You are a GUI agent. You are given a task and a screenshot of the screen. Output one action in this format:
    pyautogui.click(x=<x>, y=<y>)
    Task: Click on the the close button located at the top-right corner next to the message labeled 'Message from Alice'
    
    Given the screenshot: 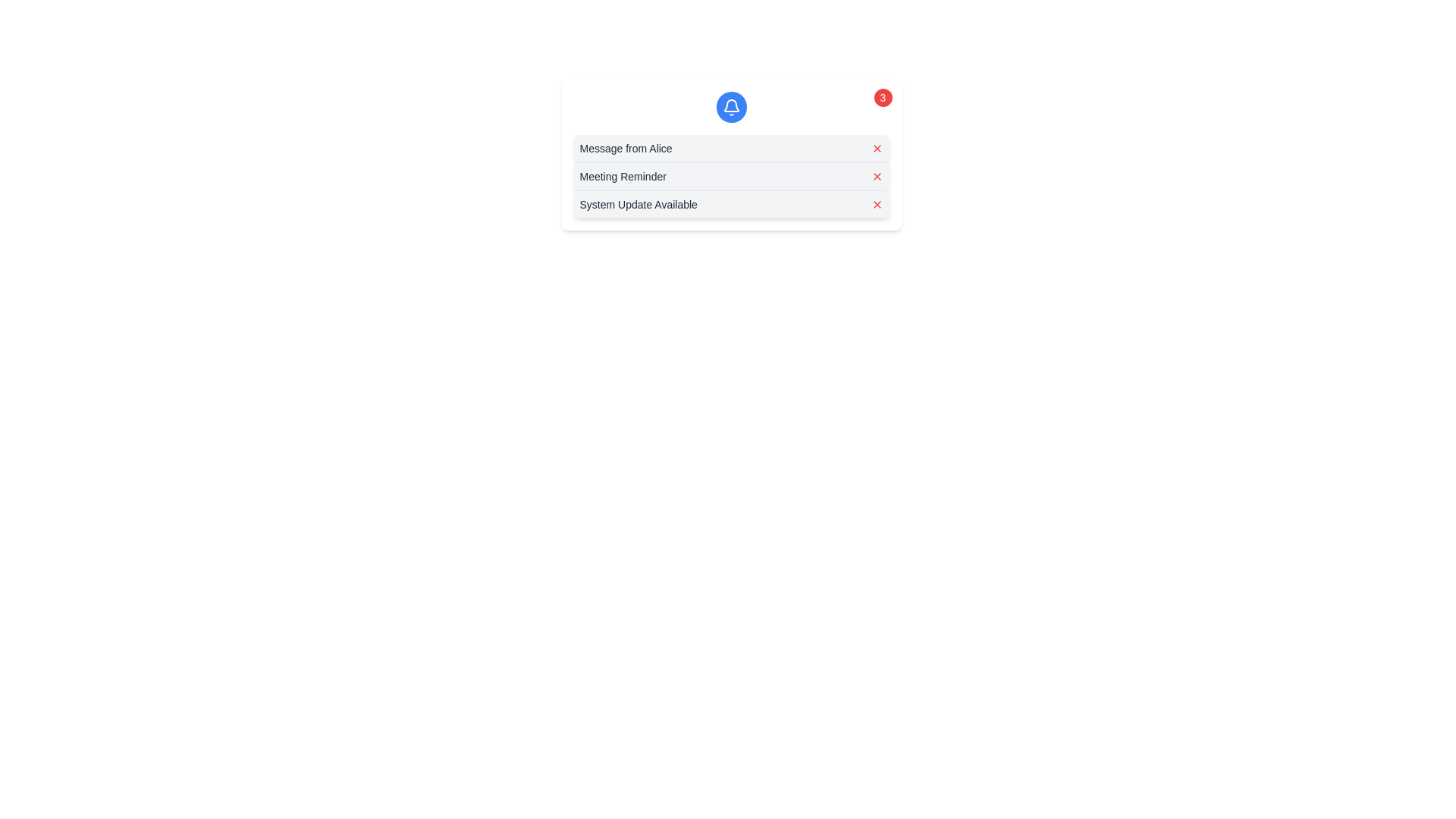 What is the action you would take?
    pyautogui.click(x=877, y=148)
    